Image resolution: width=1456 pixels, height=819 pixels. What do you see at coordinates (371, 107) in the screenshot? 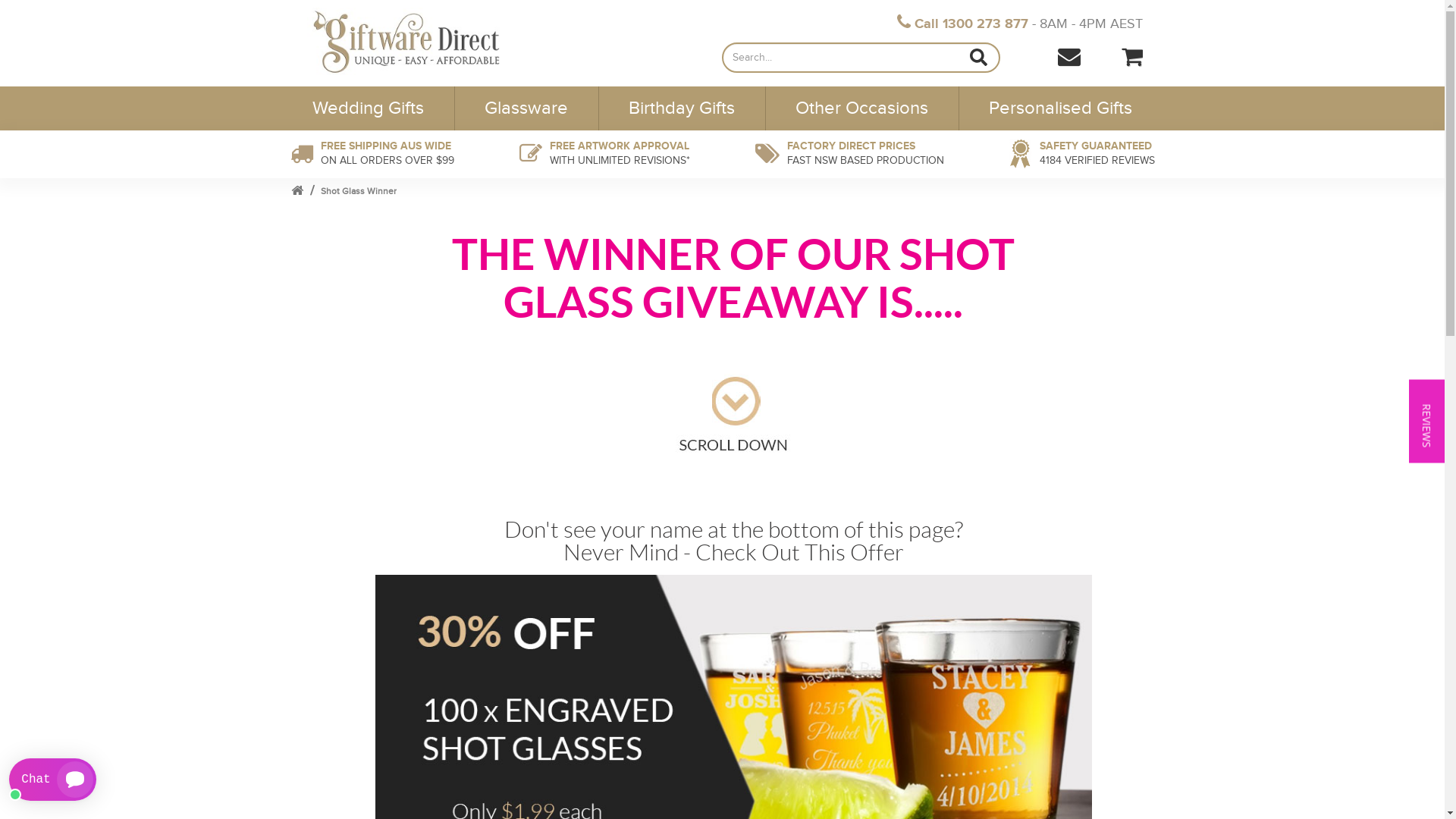
I see `'Wedding Gifts'` at bounding box center [371, 107].